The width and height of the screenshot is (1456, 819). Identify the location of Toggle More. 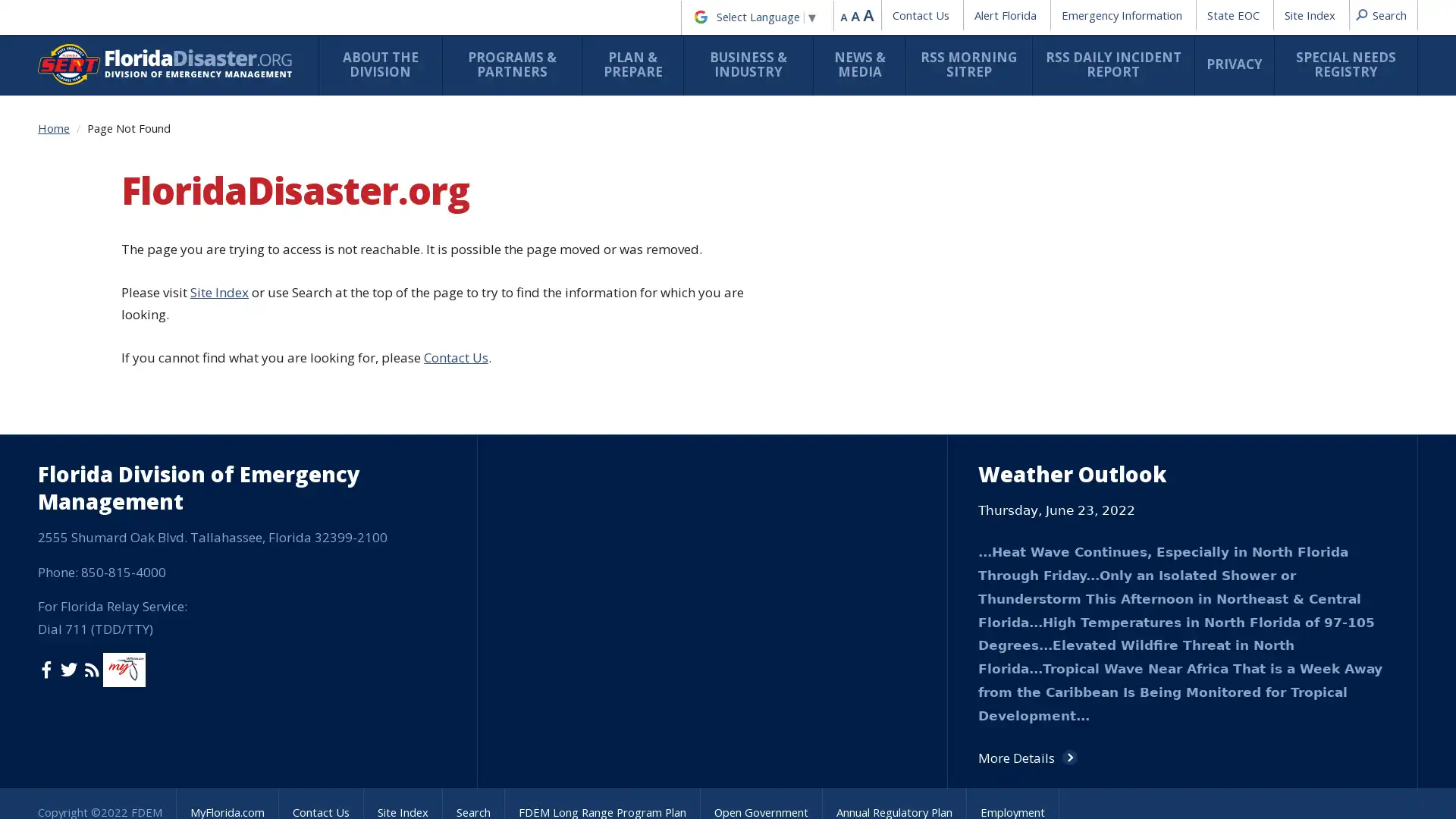
(607, 602).